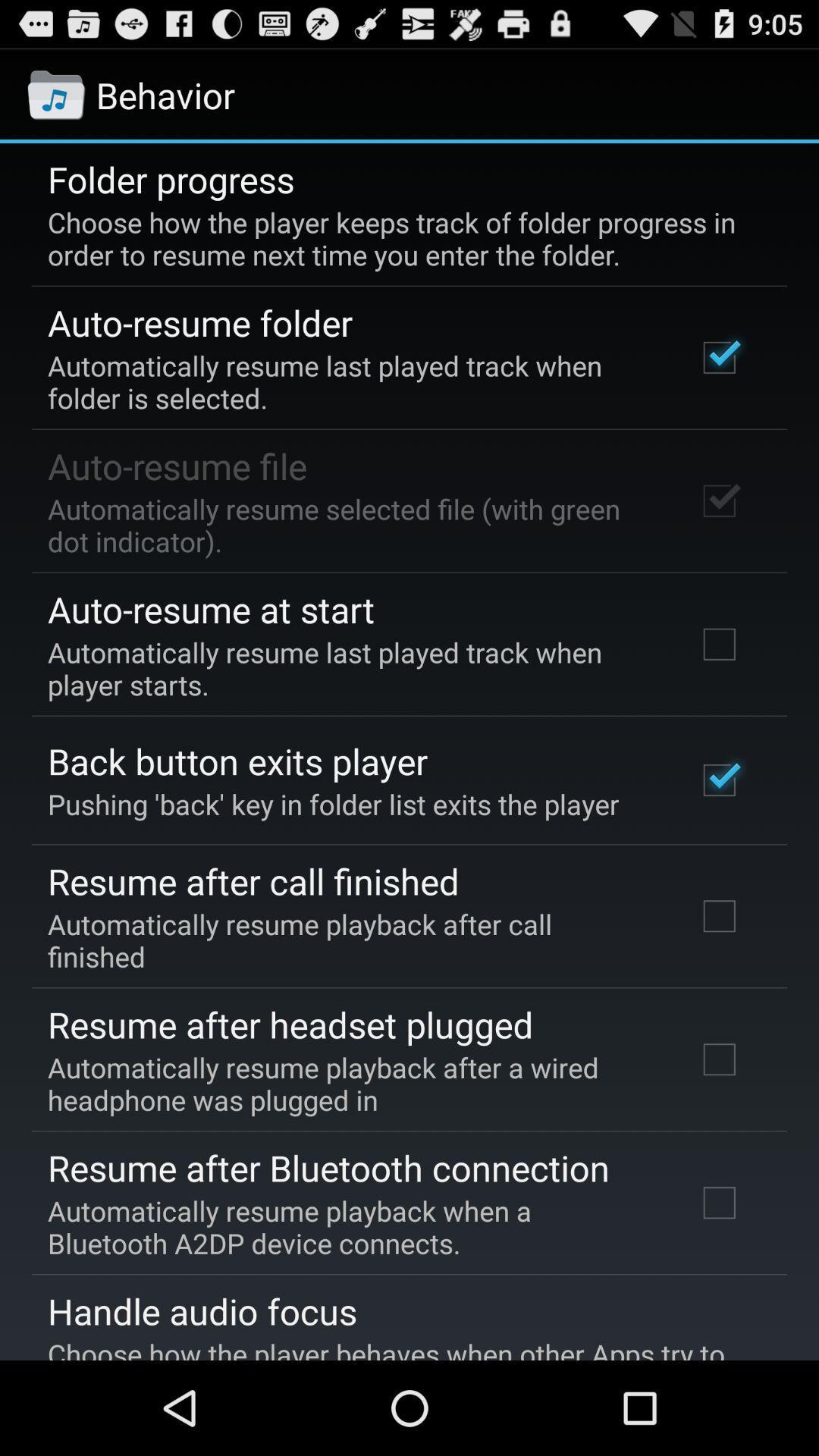  What do you see at coordinates (201, 1310) in the screenshot?
I see `item below automatically resume playback` at bounding box center [201, 1310].